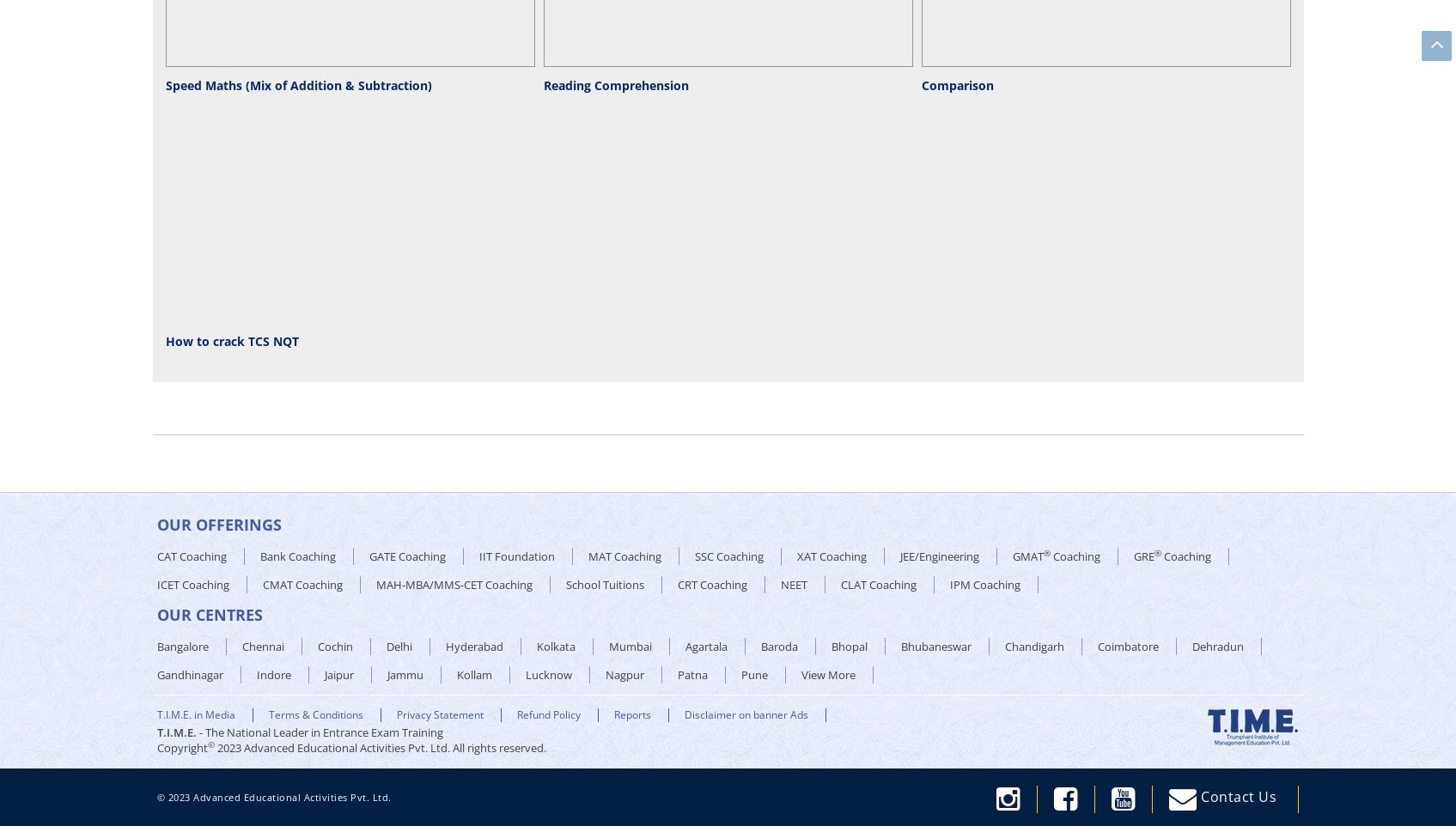 Image resolution: width=1456 pixels, height=826 pixels. Describe the element at coordinates (752, 673) in the screenshot. I see `'Pune'` at that location.